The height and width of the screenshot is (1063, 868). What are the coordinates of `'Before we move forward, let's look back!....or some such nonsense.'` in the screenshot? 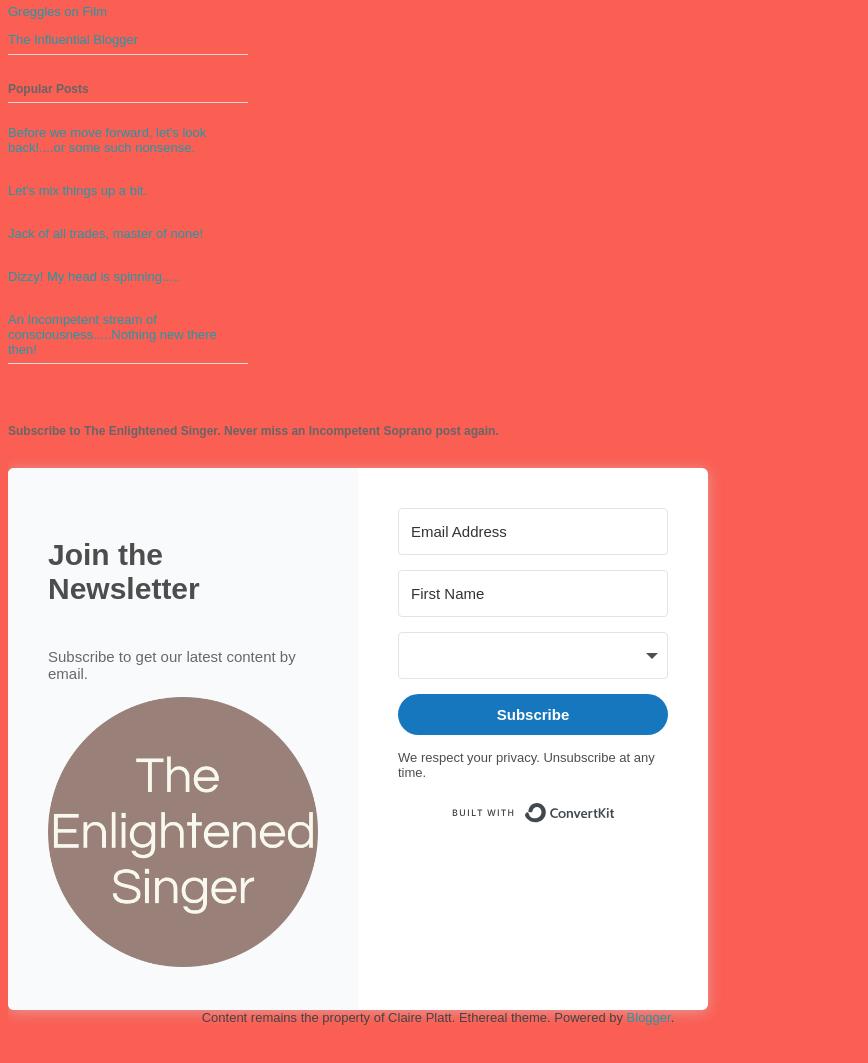 It's located at (7, 139).